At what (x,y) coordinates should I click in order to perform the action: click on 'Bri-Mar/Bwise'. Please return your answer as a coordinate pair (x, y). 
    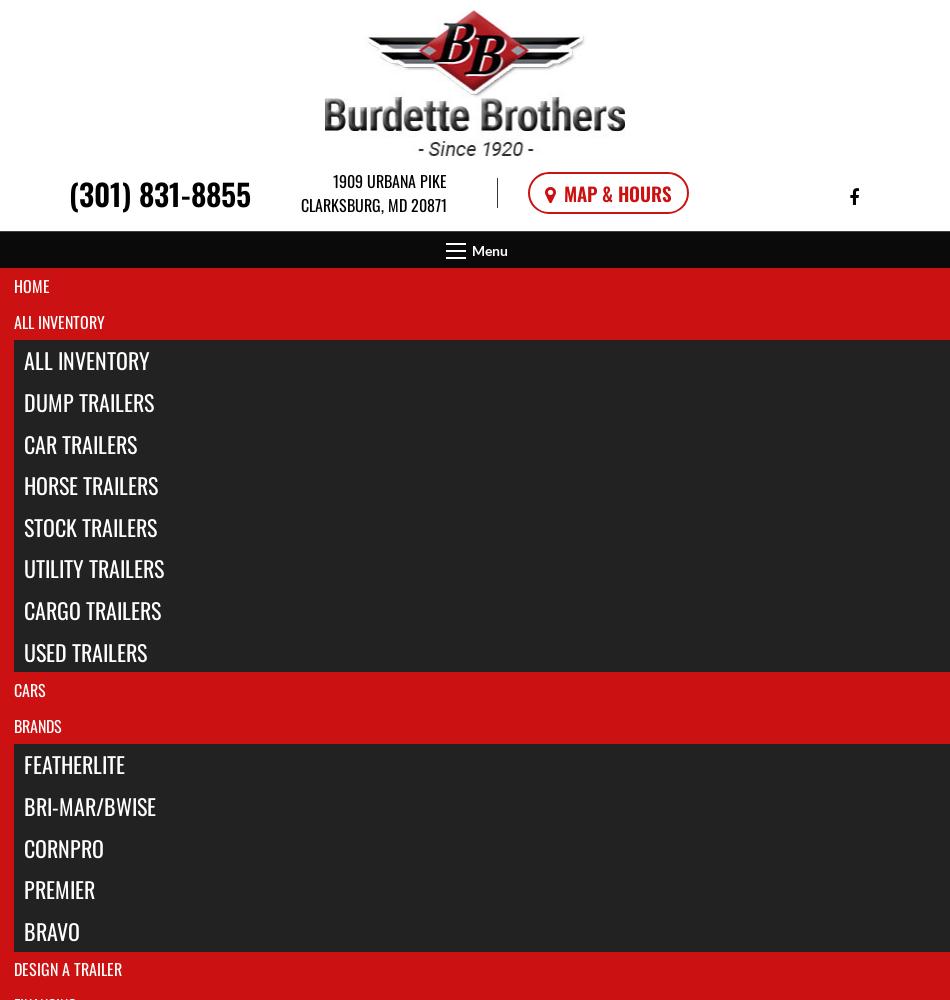
    Looking at the image, I should click on (89, 805).